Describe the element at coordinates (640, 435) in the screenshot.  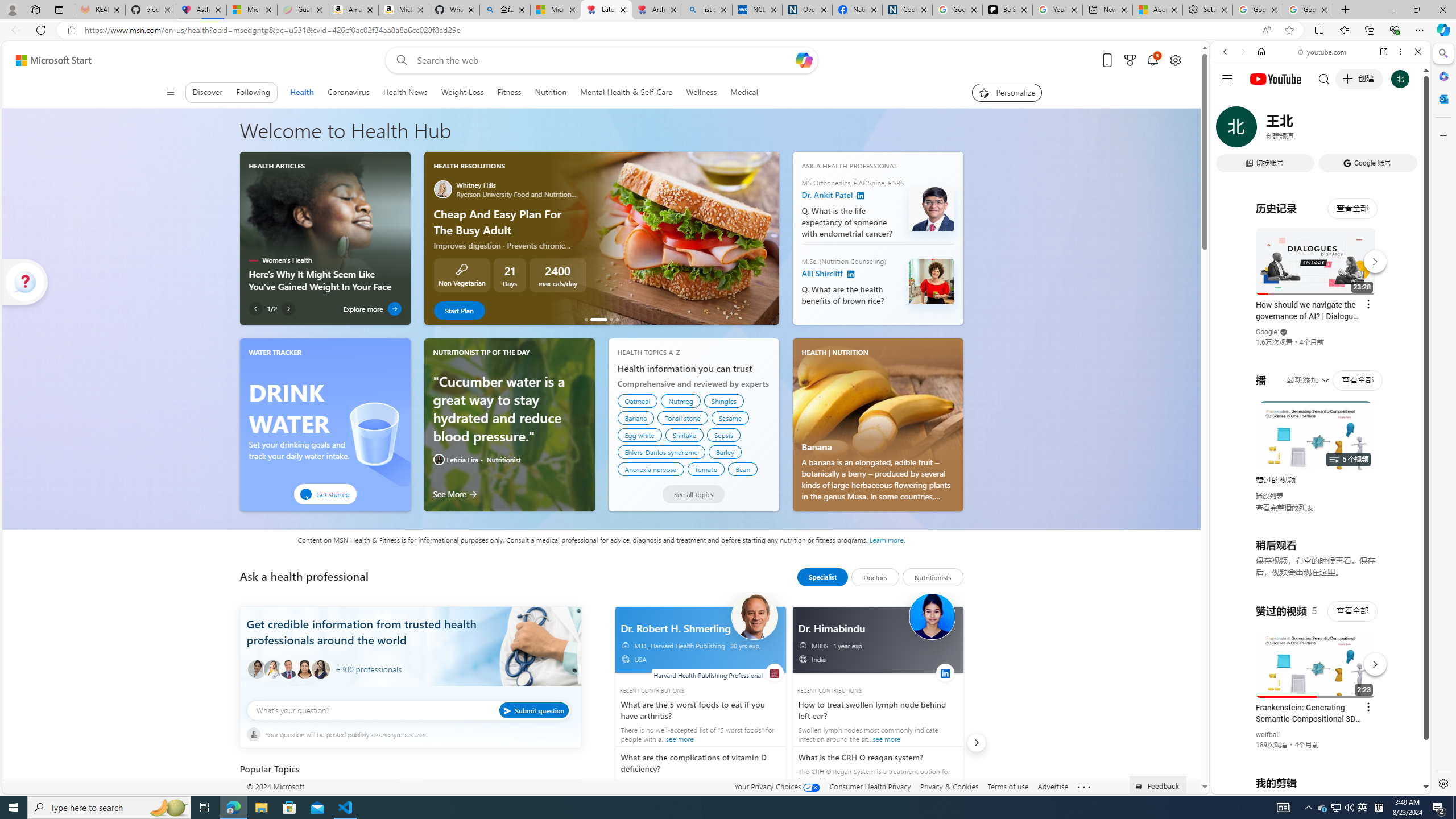
I see `'Egg white'` at that location.